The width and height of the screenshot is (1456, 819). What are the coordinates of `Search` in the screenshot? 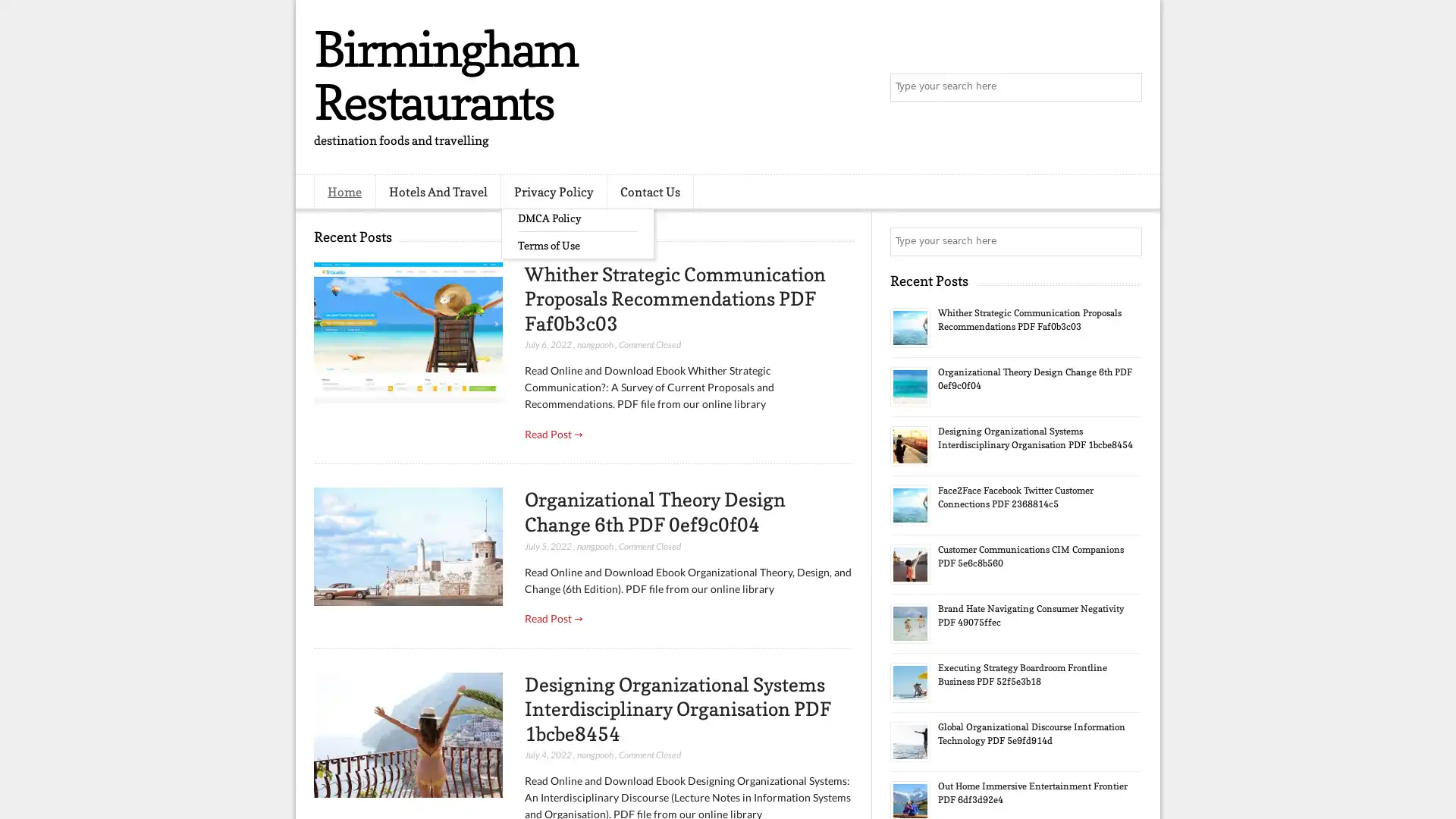 It's located at (1126, 87).